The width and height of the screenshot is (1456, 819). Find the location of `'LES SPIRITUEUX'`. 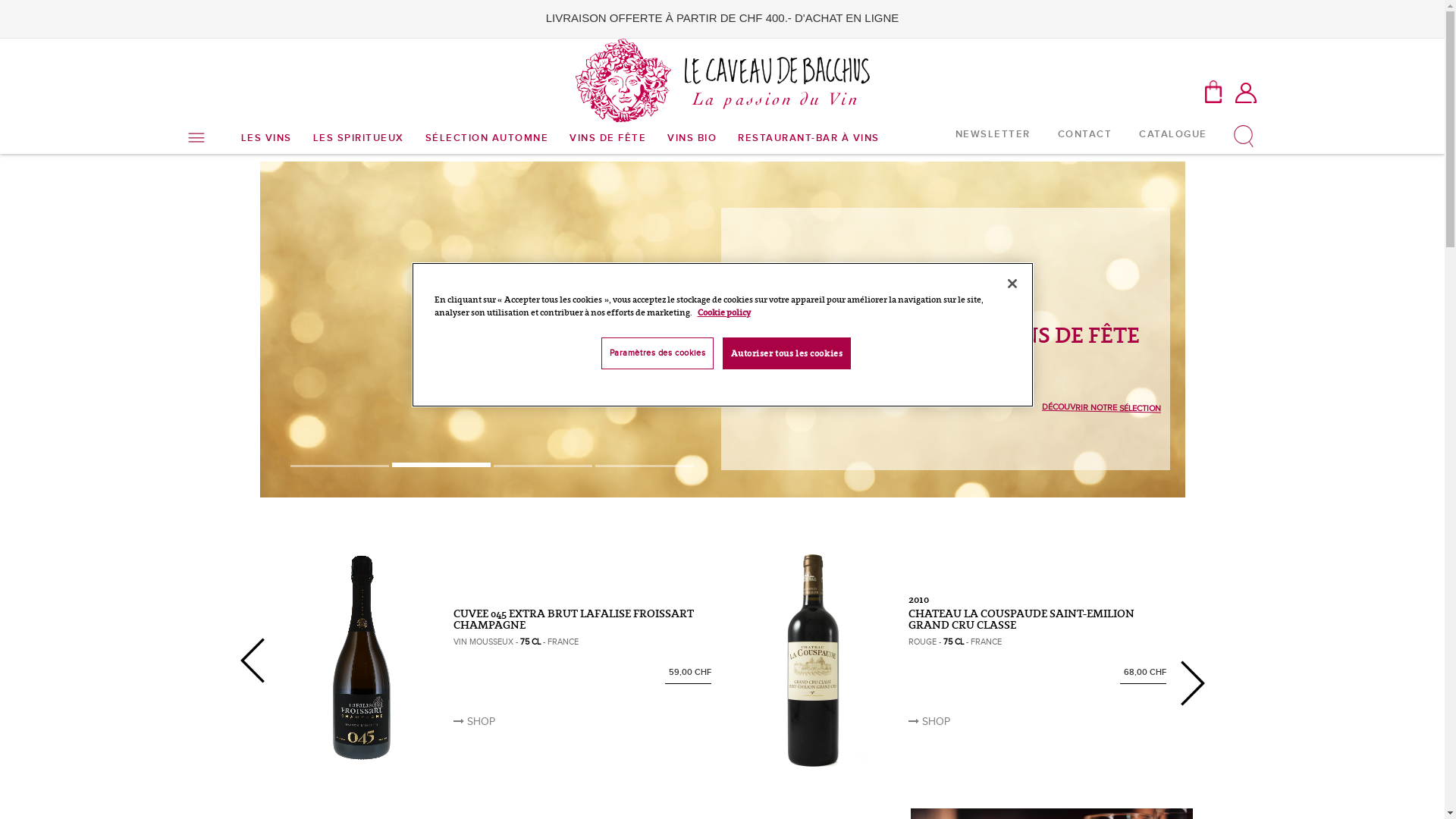

'LES SPIRITUEUX' is located at coordinates (312, 137).